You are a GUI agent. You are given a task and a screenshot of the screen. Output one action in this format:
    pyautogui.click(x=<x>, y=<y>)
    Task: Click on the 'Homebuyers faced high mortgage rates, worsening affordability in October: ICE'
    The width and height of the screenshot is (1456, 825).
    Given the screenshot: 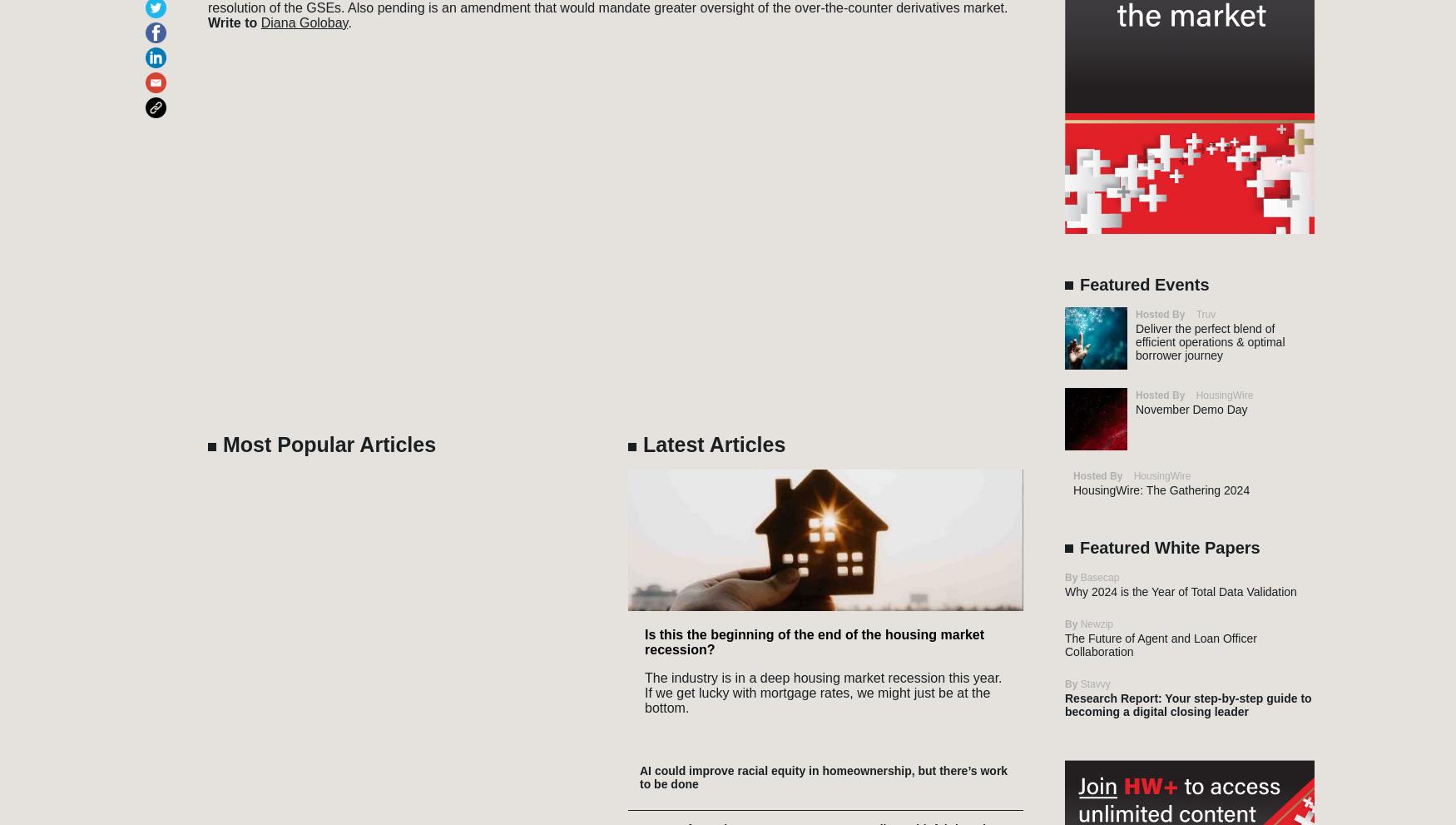 What is the action you would take?
    pyautogui.click(x=823, y=108)
    